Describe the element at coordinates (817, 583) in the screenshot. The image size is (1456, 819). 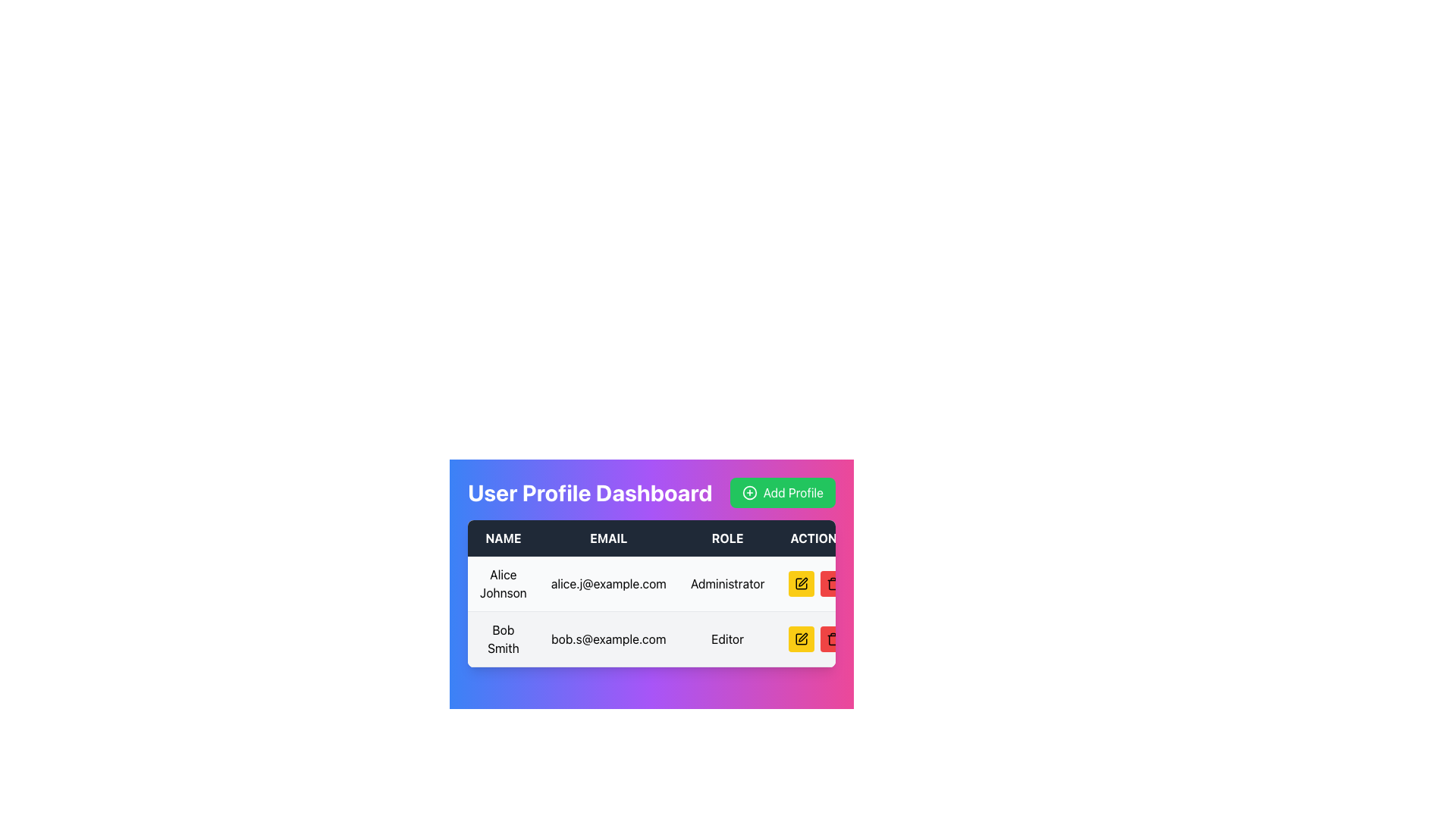
I see `the yellow square icon in the action panel for user 'Alice Johnson' to initiate an edit action` at that location.